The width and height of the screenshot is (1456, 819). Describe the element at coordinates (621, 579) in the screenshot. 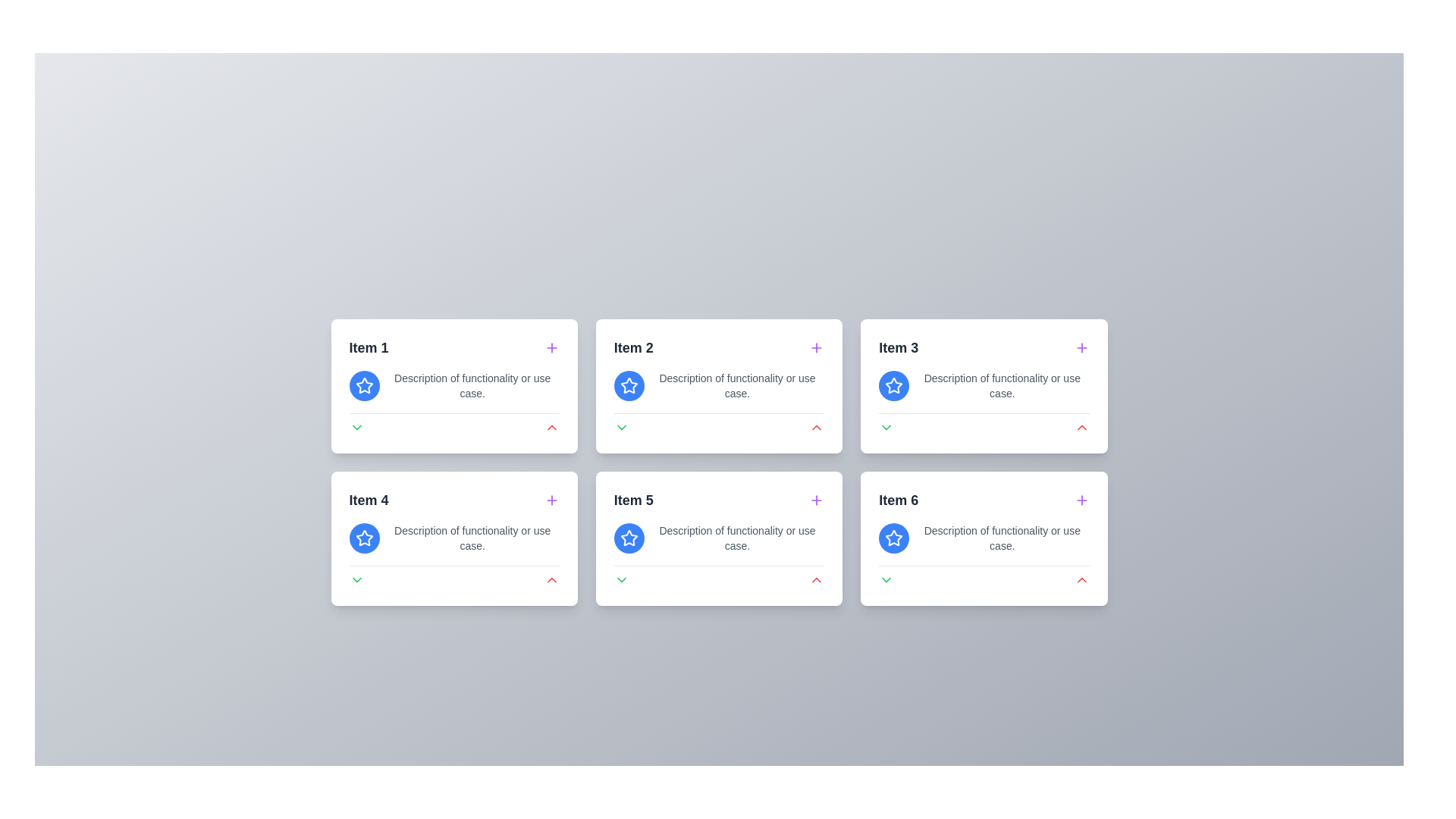

I see `the green downward chevron button` at that location.